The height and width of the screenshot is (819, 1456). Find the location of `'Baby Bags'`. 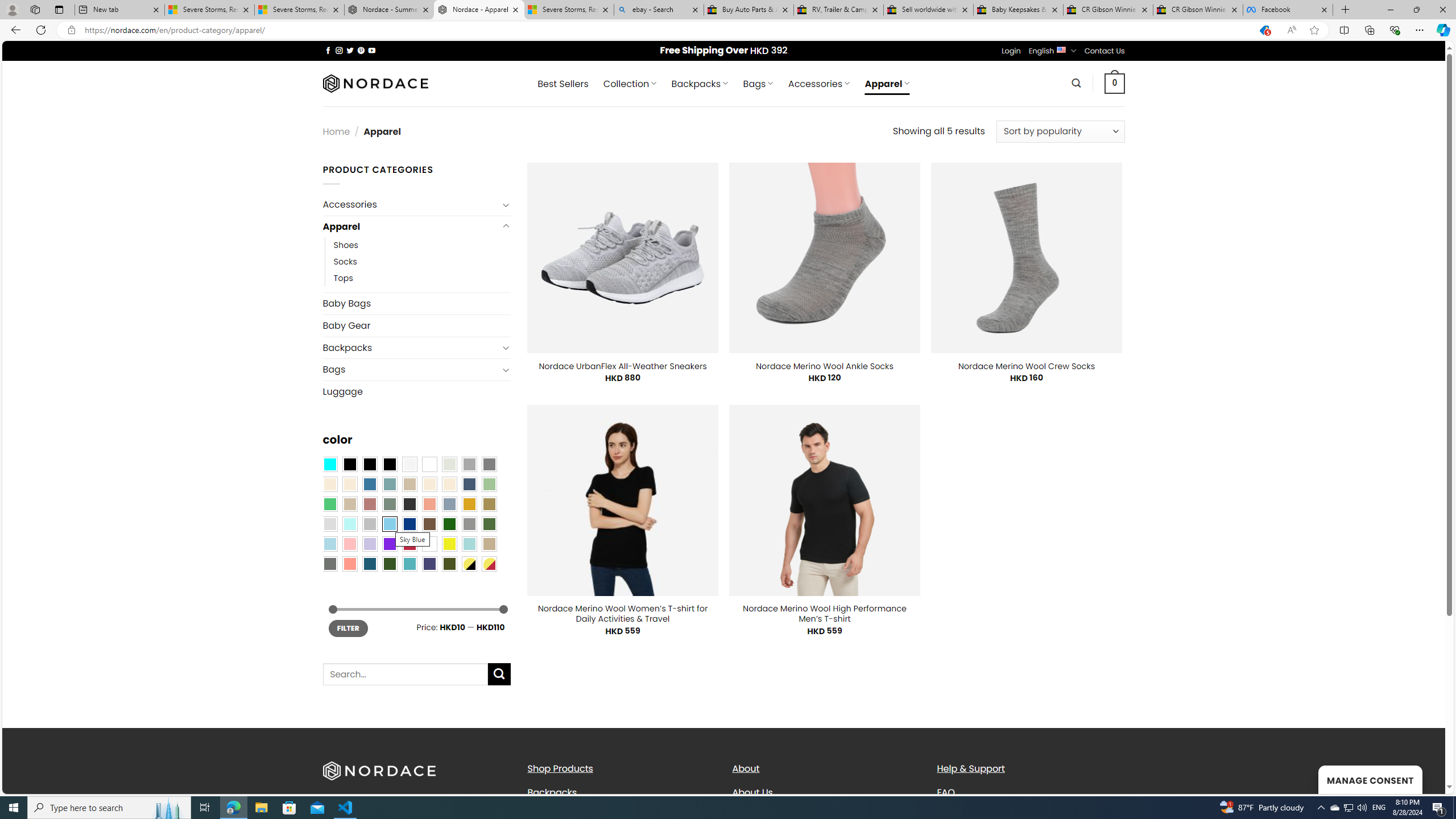

'Baby Bags' is located at coordinates (416, 303).